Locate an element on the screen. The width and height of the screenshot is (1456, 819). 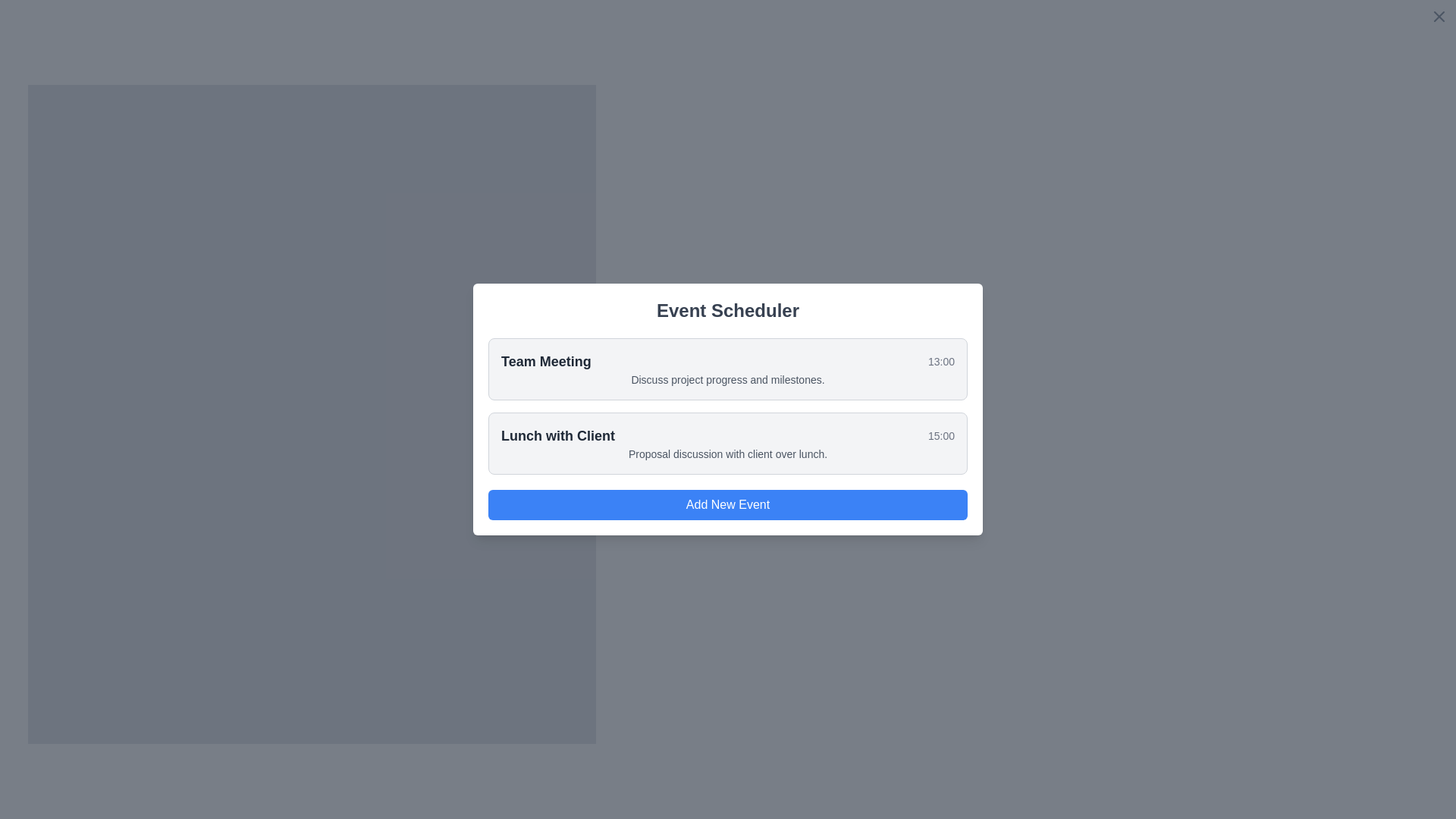
the list item titled 'Lunch with Client', which contains the time '15:00' and a description stating 'Proposal discussion with client over lunch.' is located at coordinates (728, 444).